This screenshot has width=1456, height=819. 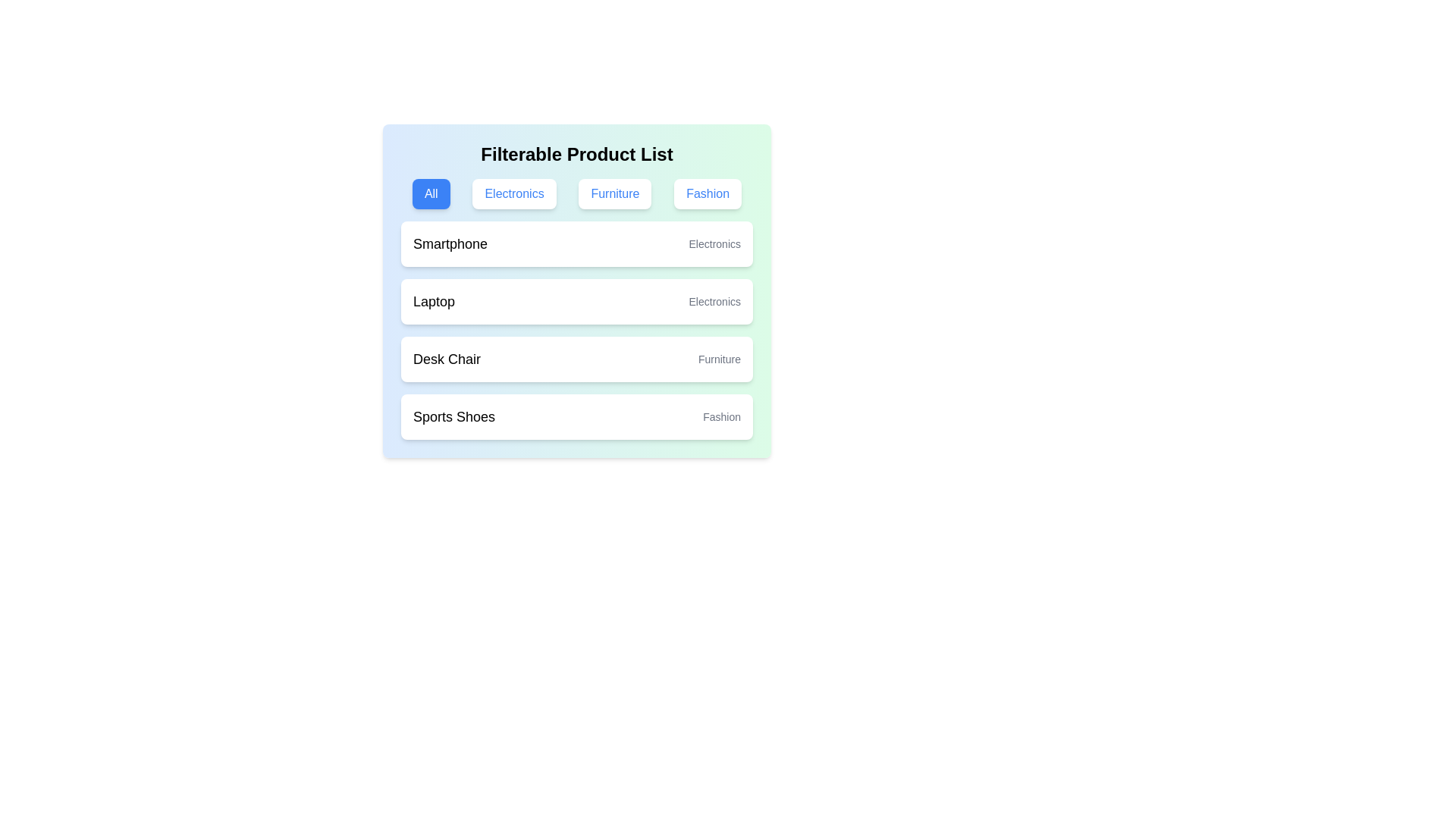 I want to click on the category button labeled All to filter products, so click(x=430, y=193).